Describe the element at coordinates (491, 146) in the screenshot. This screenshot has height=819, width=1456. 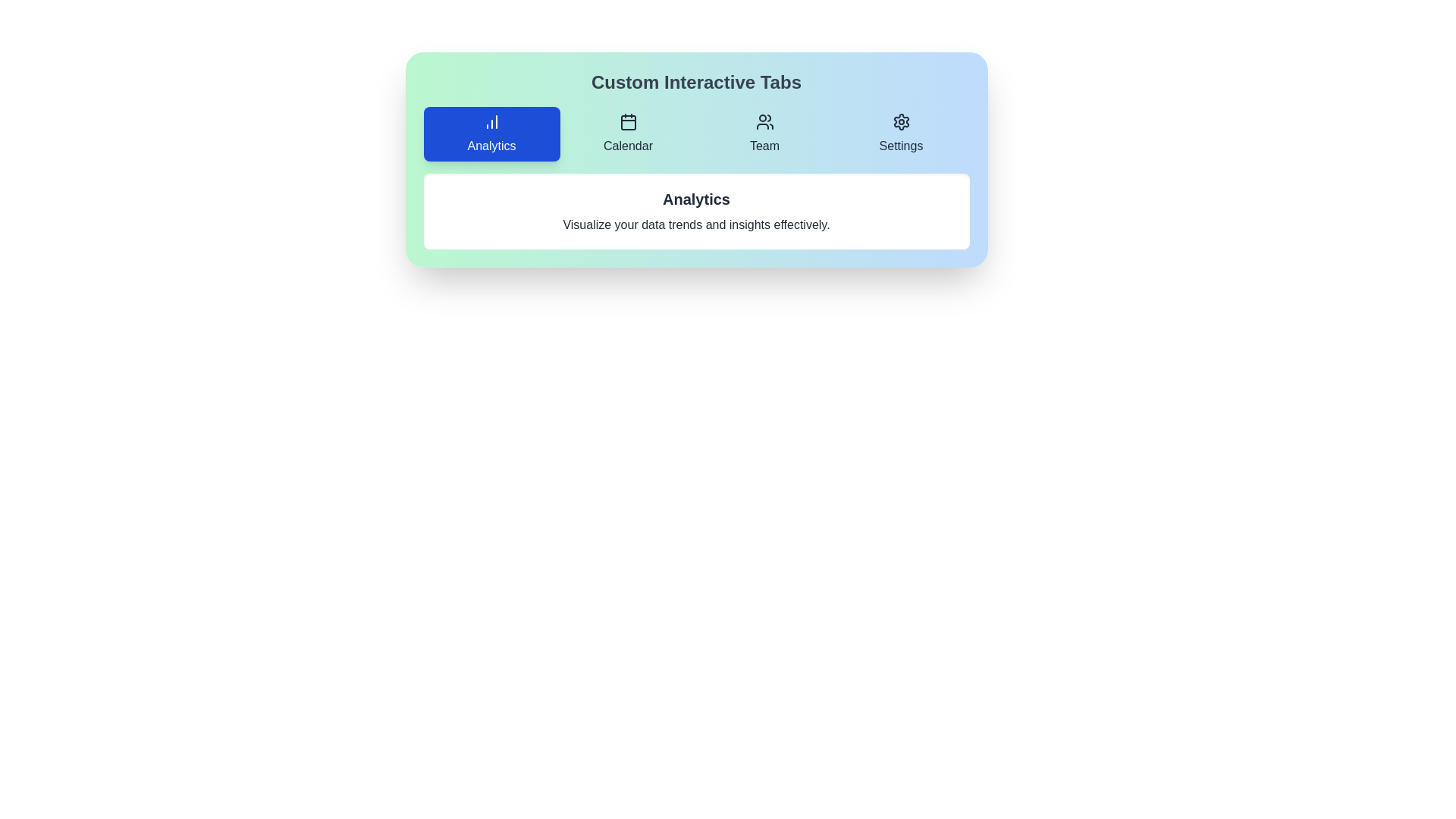
I see `the Label for the Tab Button that indicates it leads to the analytics section, which is located on the leftmost side of the horizontal list of tab options` at that location.